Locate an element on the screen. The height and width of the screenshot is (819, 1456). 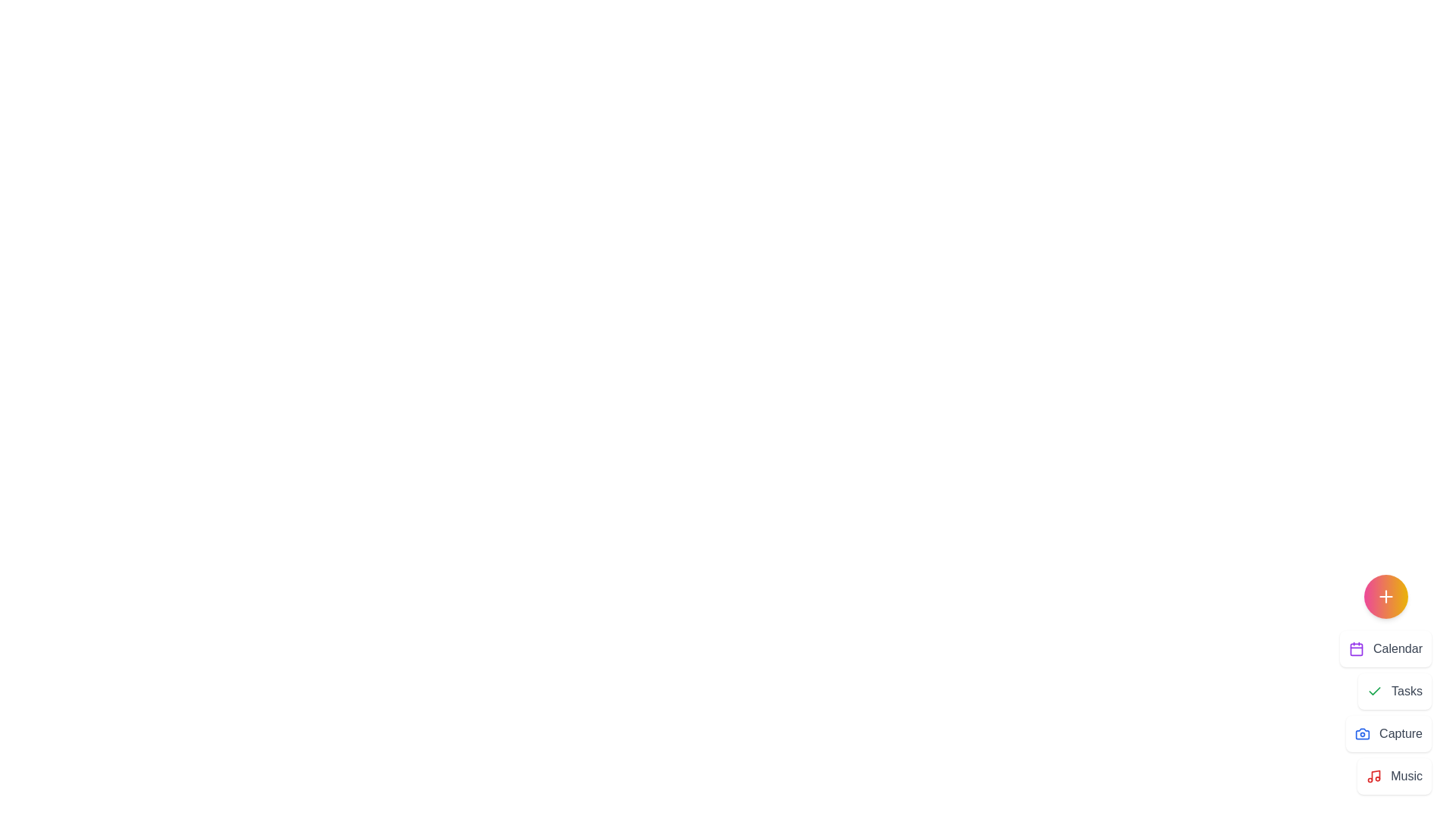
the menu item labeled Tasks to view its hover effect is located at coordinates (1395, 691).